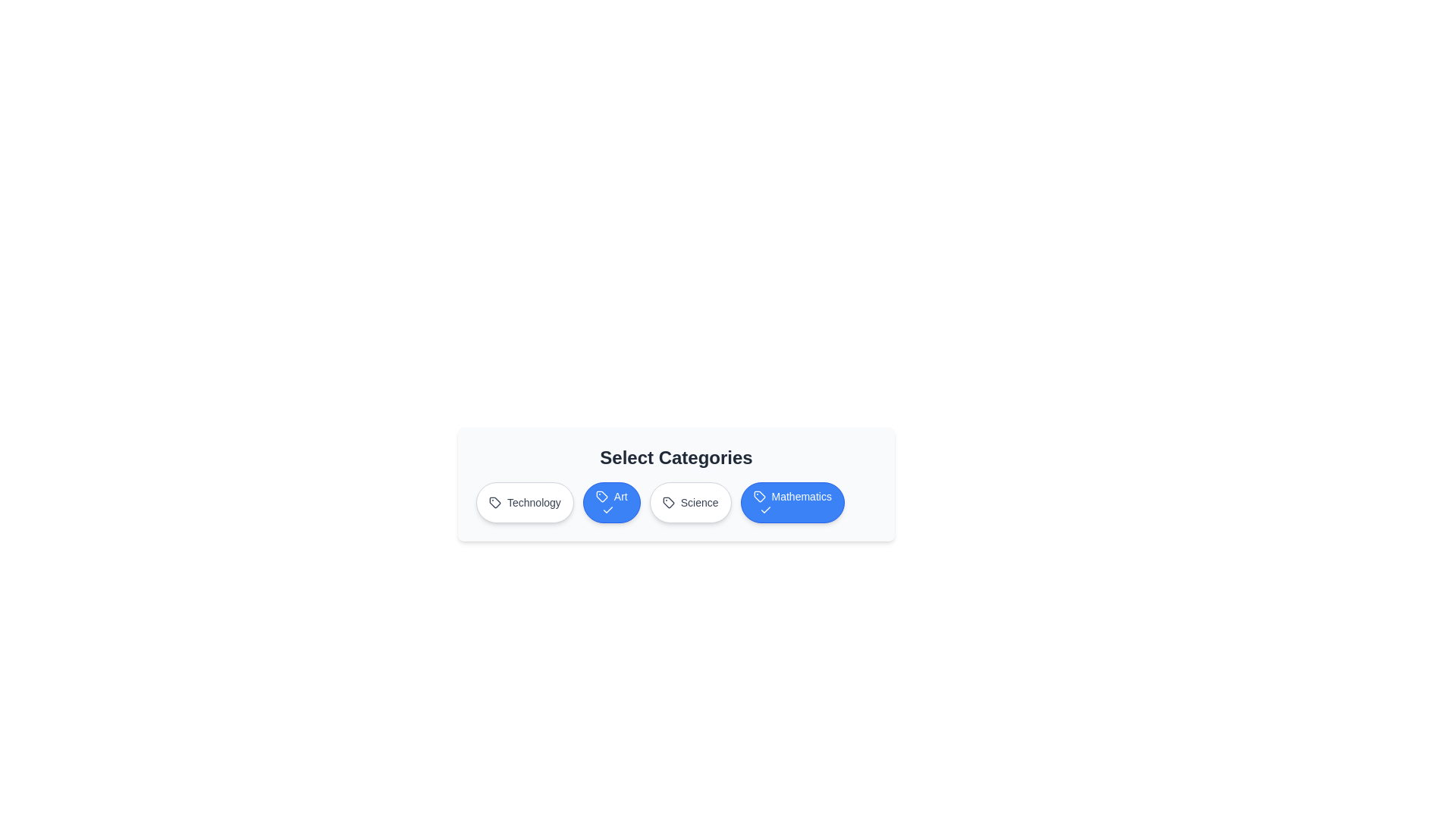 The image size is (1456, 819). I want to click on the category button labeled 'Science', so click(690, 503).